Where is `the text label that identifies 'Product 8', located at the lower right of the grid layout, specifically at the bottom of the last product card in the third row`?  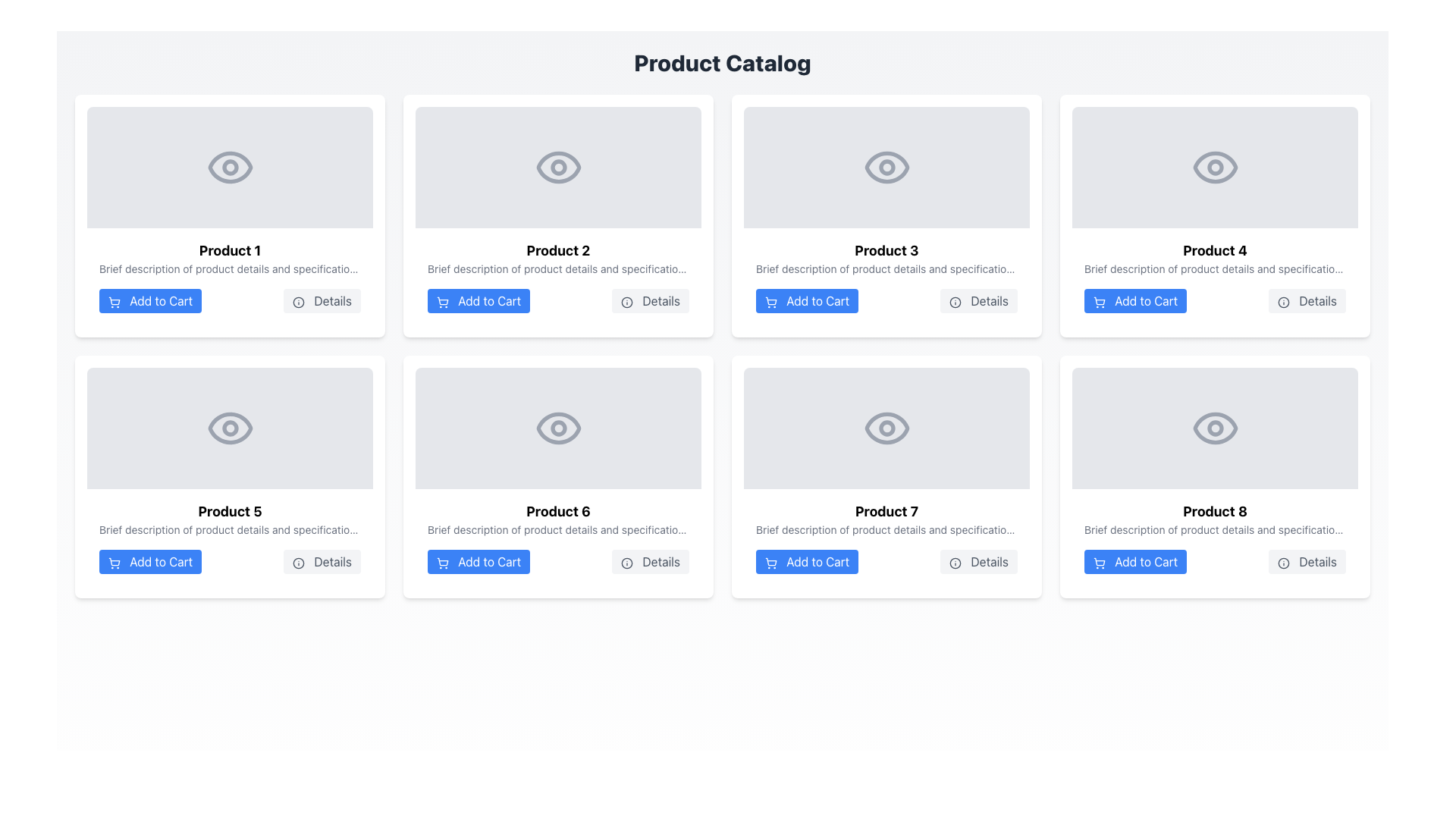
the text label that identifies 'Product 8', located at the lower right of the grid layout, specifically at the bottom of the last product card in the third row is located at coordinates (1215, 512).